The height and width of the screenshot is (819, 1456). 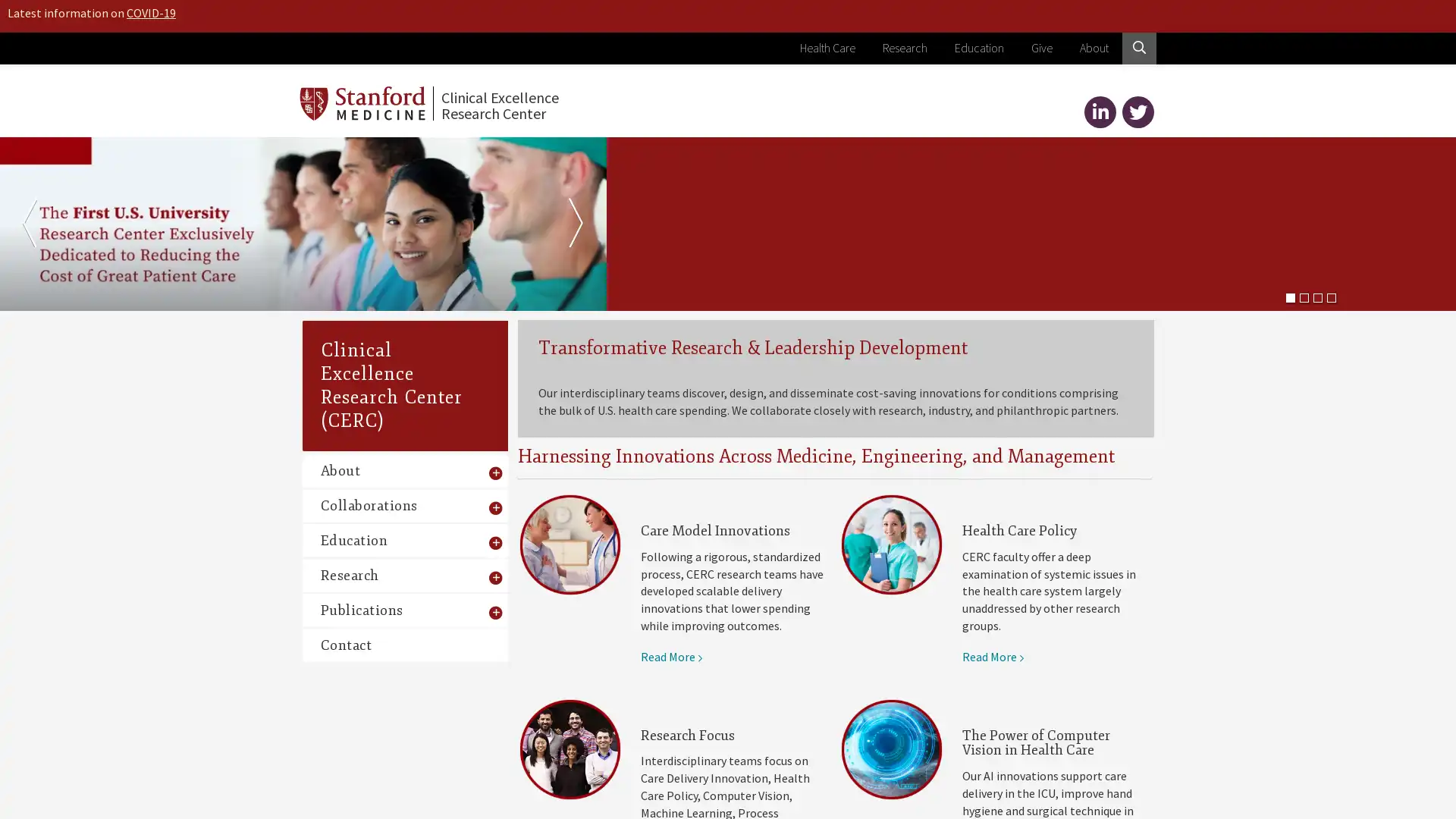 I want to click on Submit Search Query, so click(x=1121, y=141).